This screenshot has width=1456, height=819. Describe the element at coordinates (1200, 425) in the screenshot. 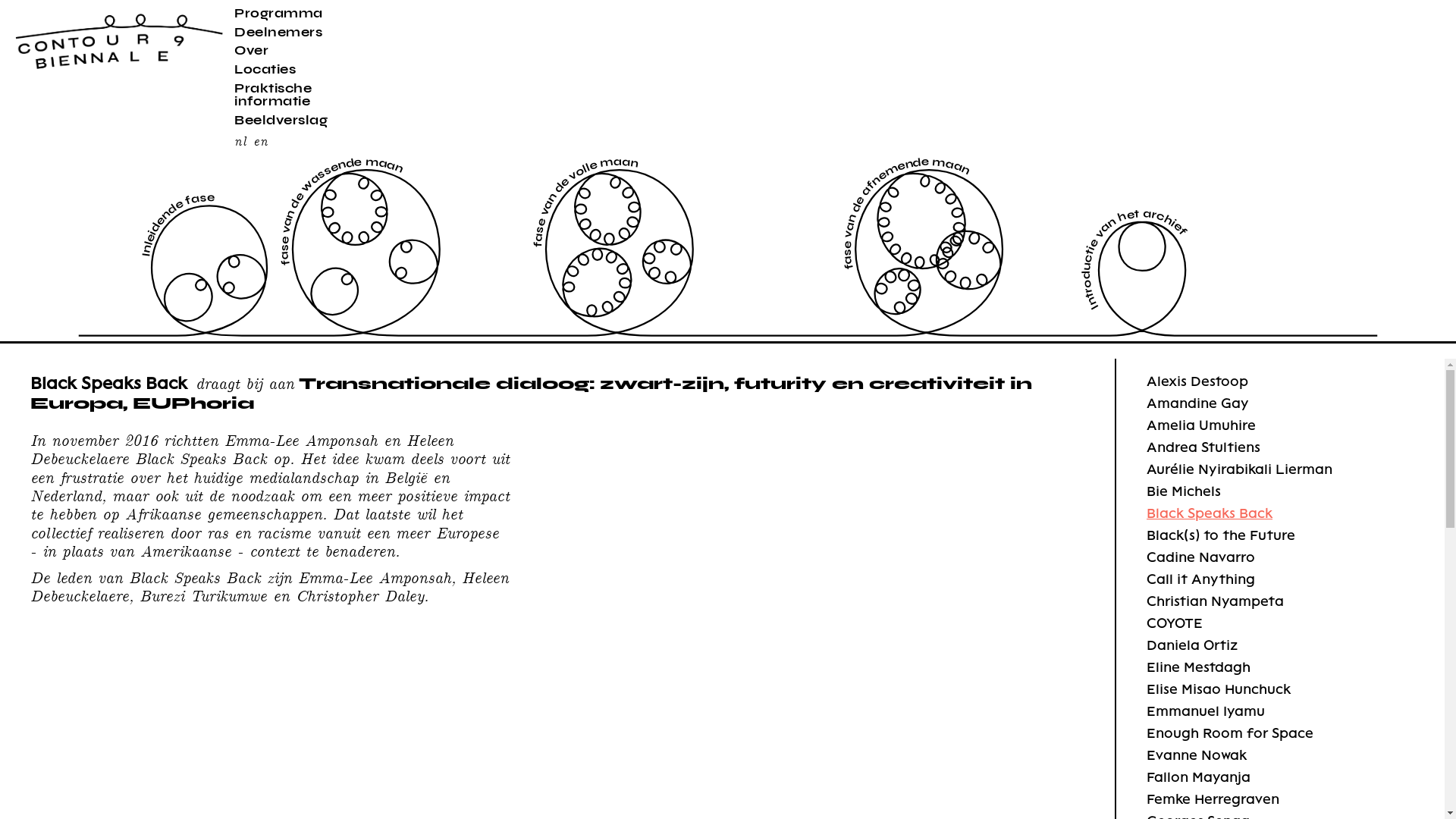

I see `'Amelia Umuhire'` at that location.